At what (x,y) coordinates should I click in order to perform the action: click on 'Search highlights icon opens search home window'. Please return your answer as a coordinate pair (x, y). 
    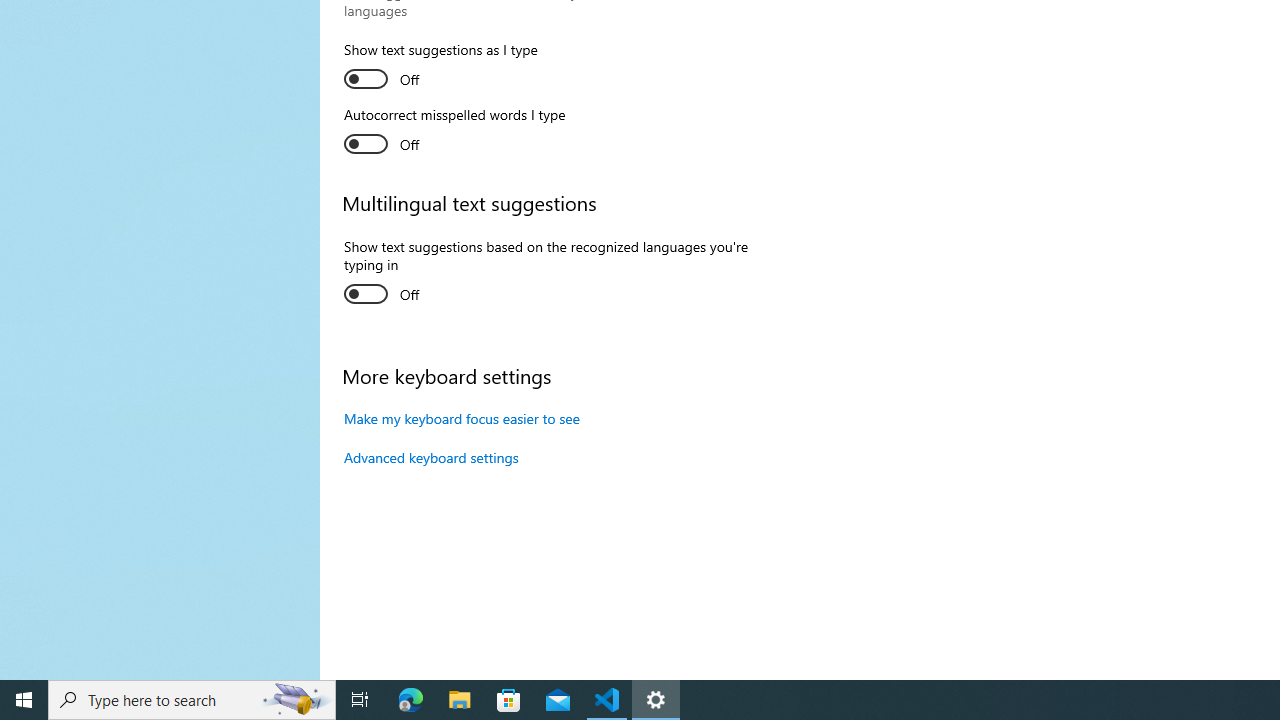
    Looking at the image, I should click on (294, 698).